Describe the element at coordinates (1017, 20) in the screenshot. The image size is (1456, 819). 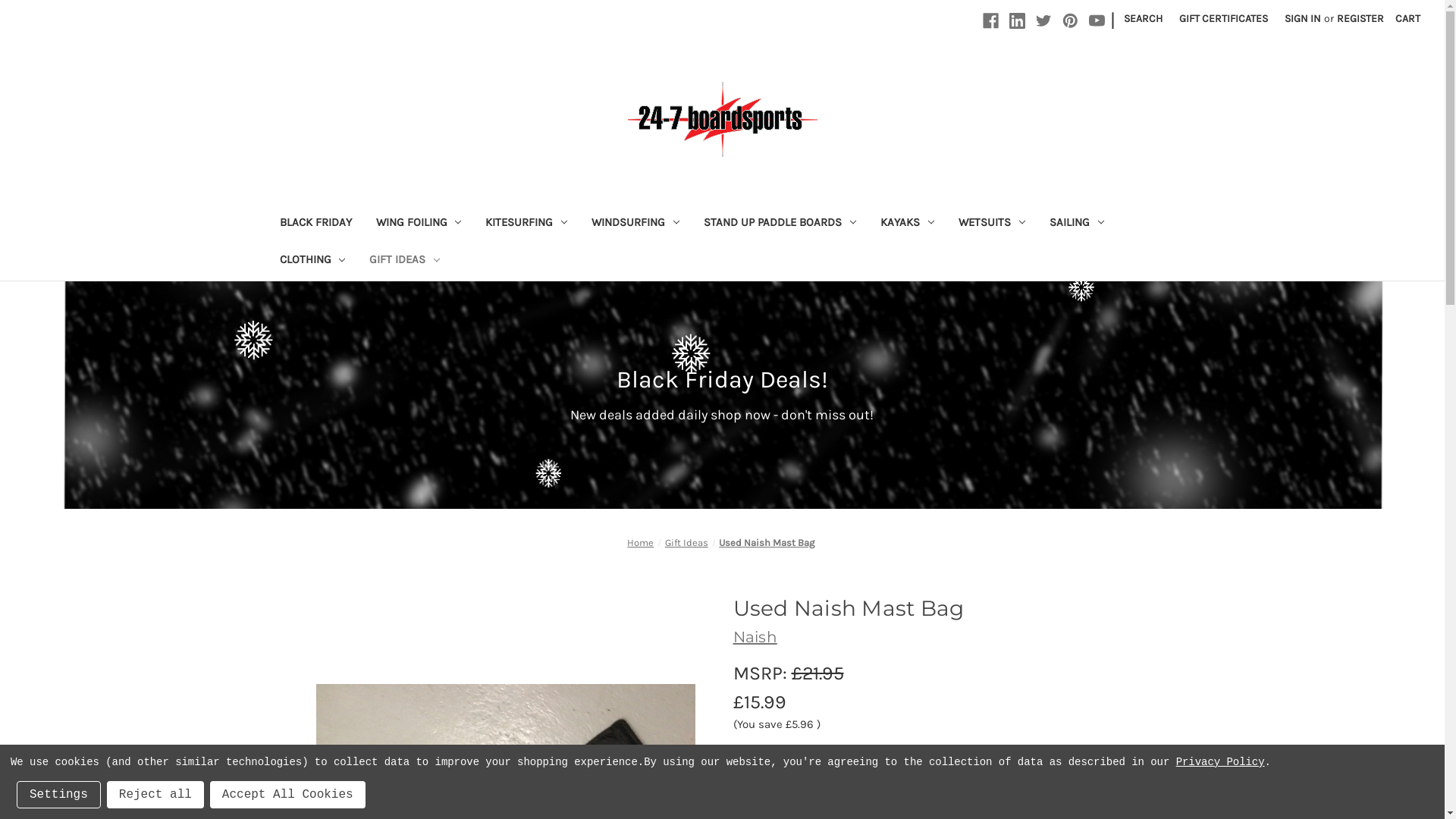
I see `'Linkedin'` at that location.